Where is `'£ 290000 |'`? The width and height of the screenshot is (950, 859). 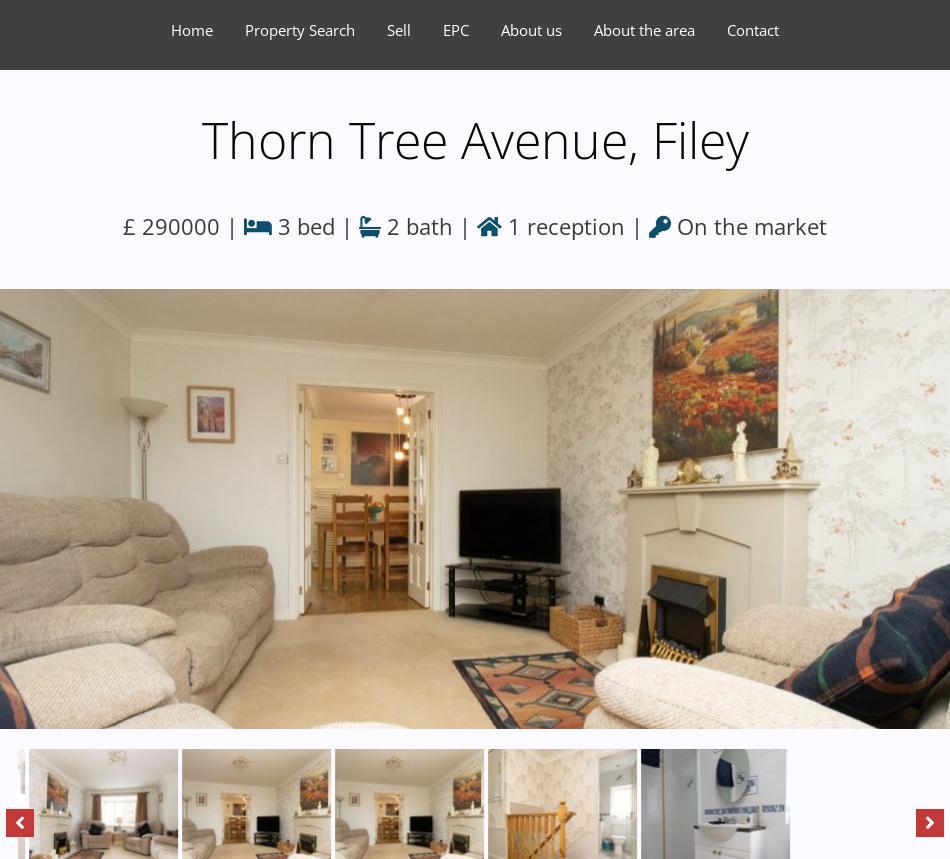
'£ 290000 |' is located at coordinates (183, 226).